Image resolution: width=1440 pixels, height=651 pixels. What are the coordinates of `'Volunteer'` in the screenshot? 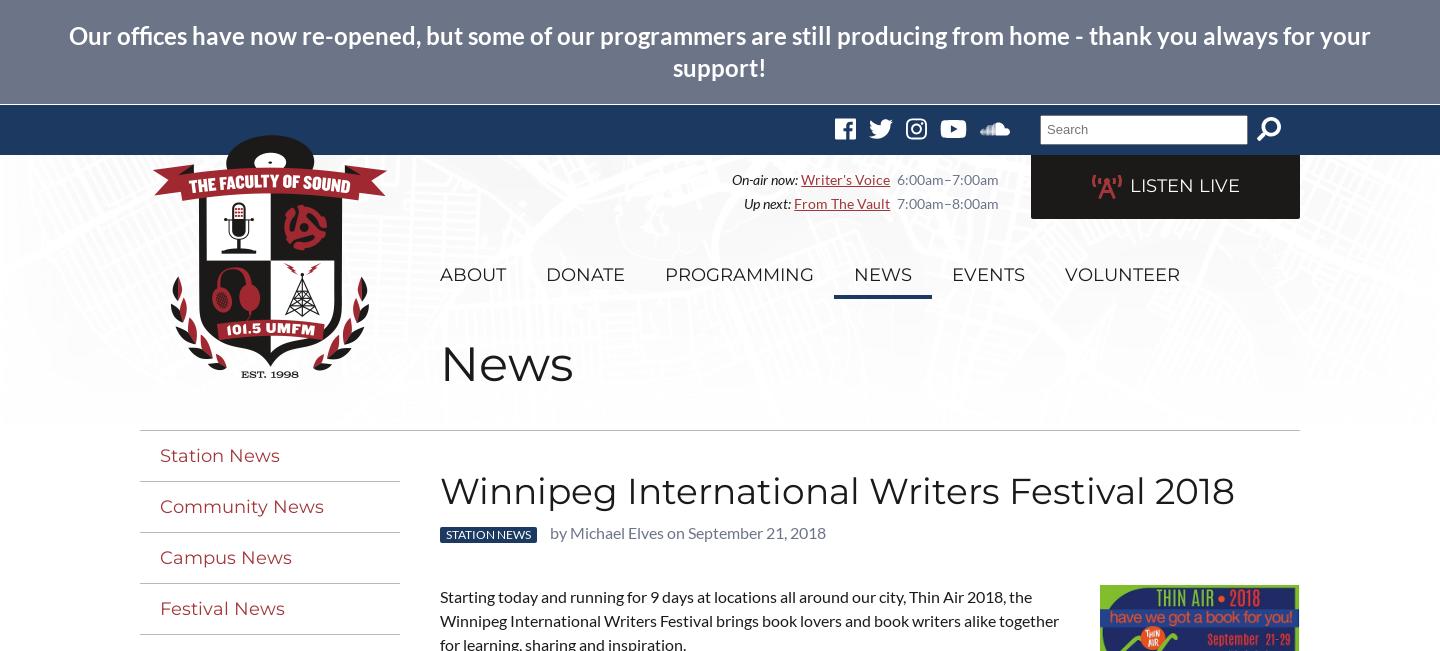 It's located at (1065, 274).